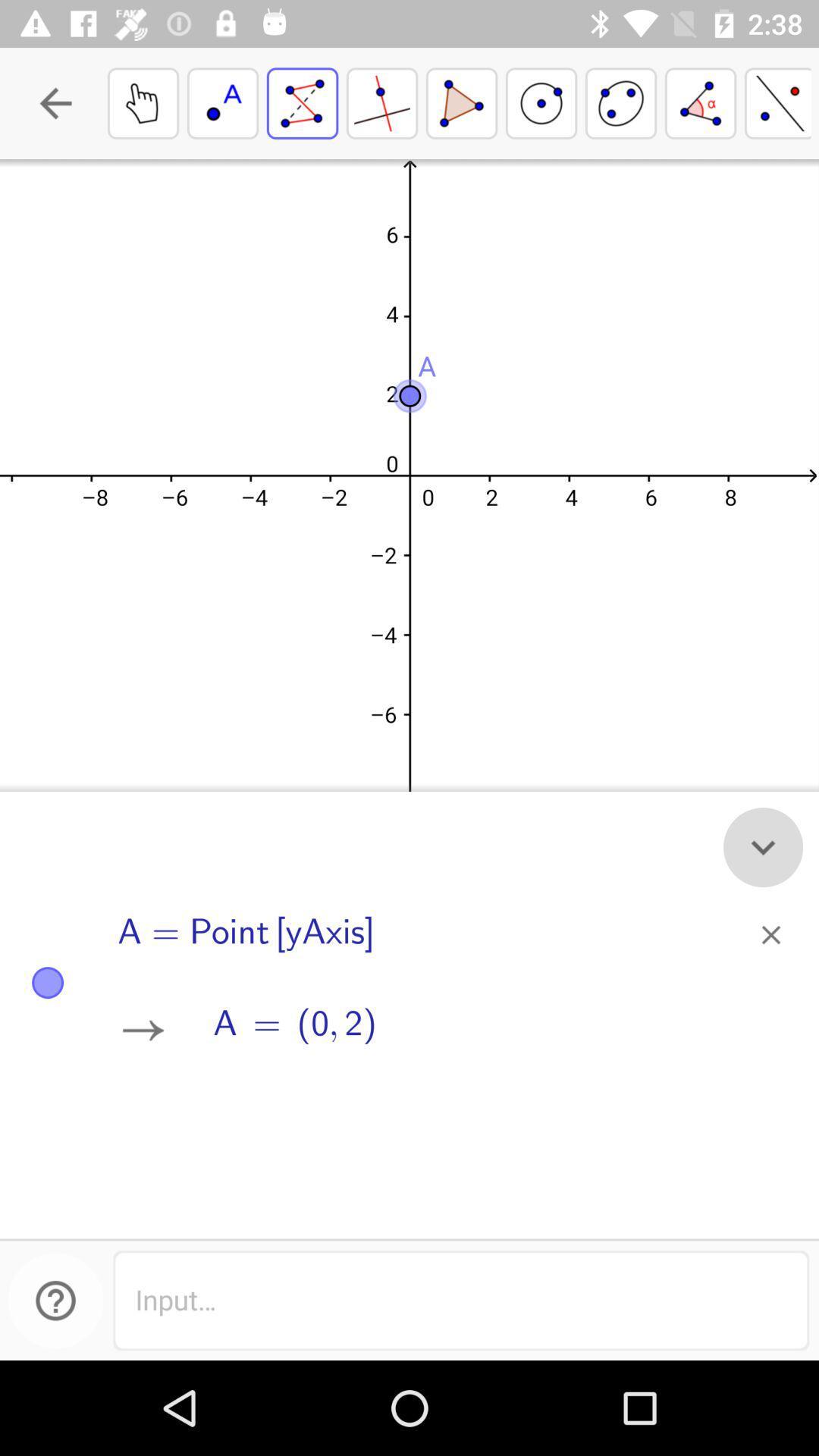 This screenshot has height=1456, width=819. Describe the element at coordinates (771, 934) in the screenshot. I see `close symbol` at that location.